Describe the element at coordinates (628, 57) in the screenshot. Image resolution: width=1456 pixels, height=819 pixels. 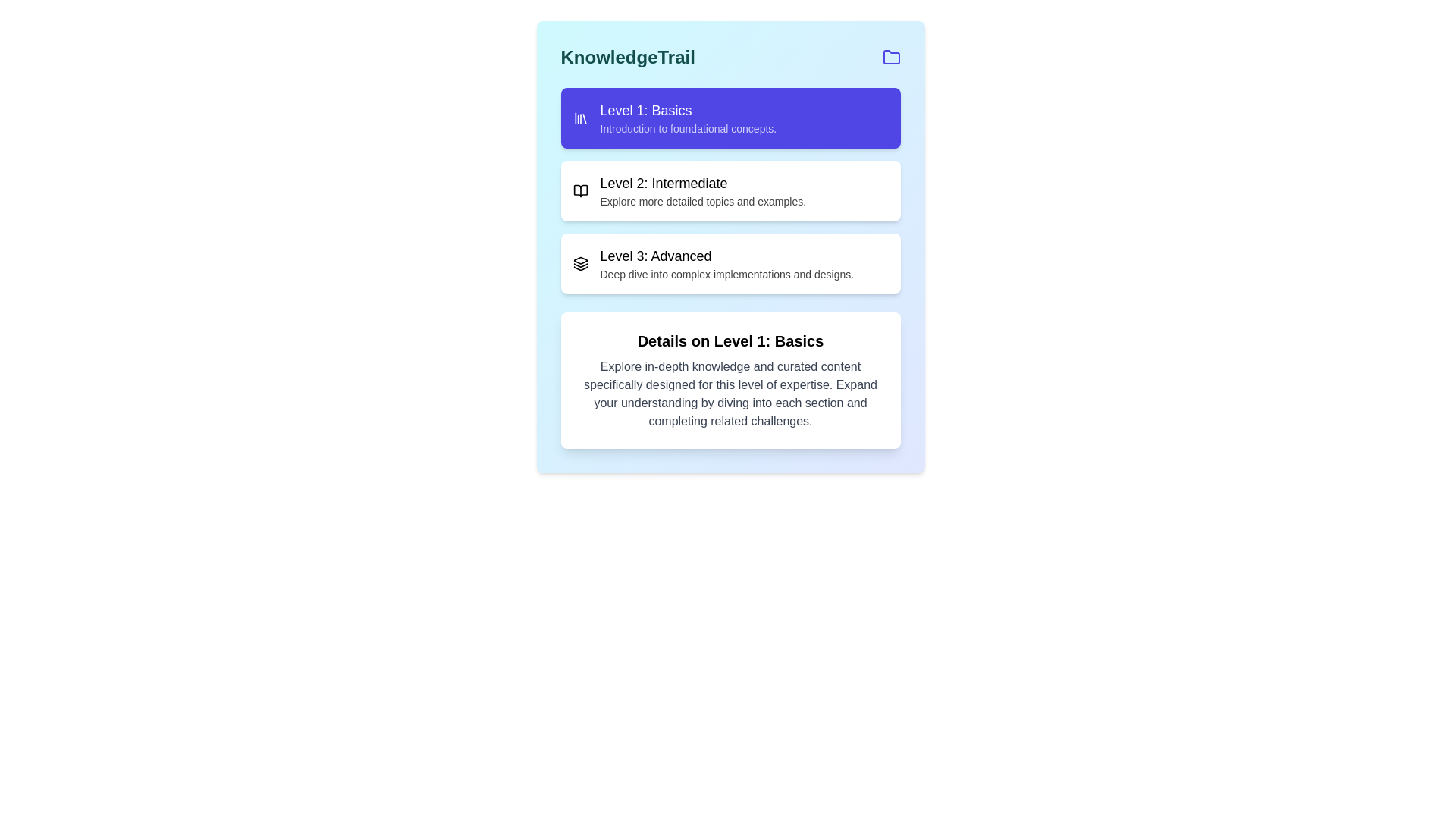
I see `the Text label that serves as a title or branding within the UI, positioned centrally at the top area of the interface panel, to the left of the folder icon` at that location.